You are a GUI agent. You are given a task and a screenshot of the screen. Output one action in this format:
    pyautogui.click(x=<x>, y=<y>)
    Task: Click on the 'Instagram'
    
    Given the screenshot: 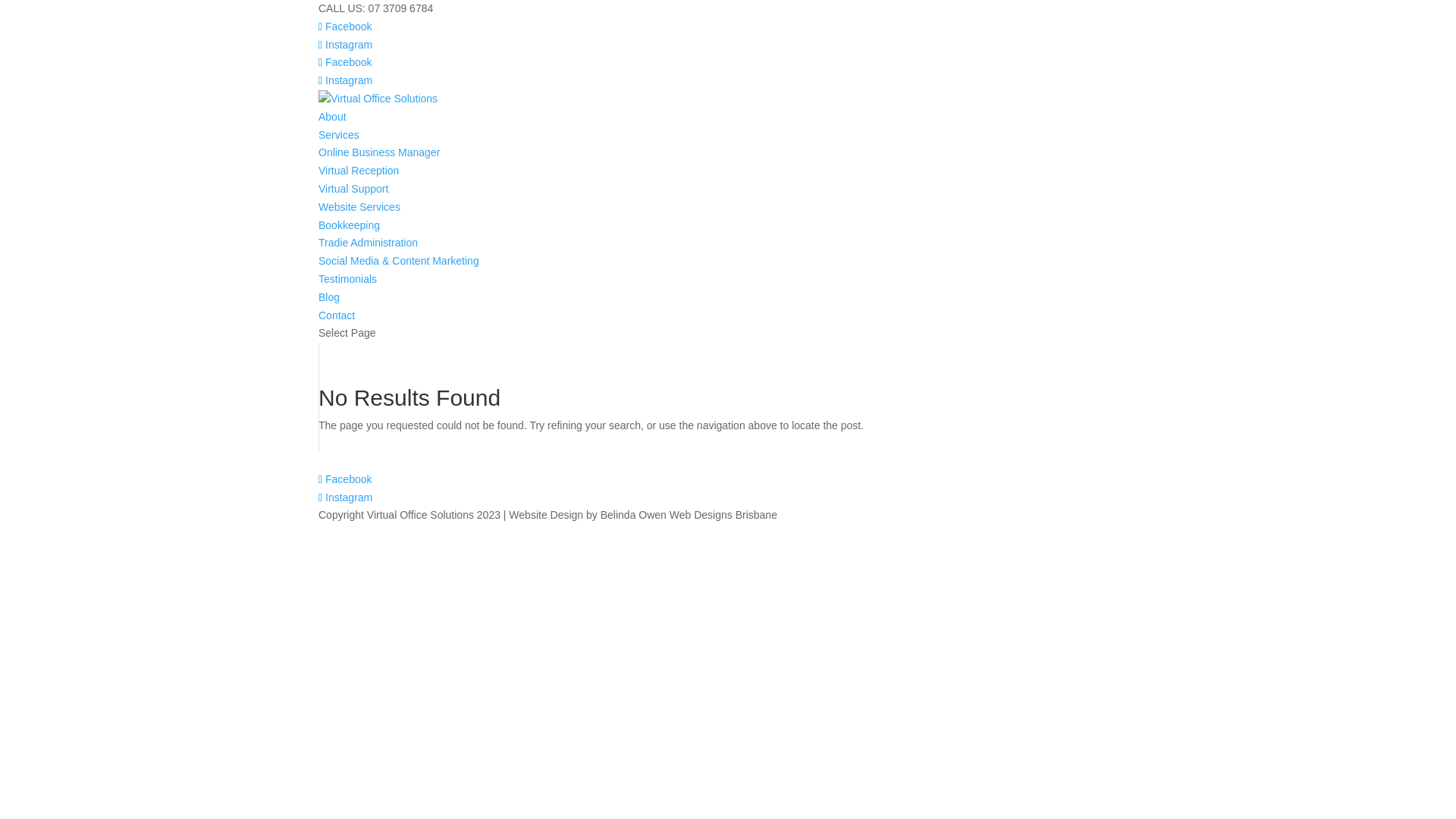 What is the action you would take?
    pyautogui.click(x=318, y=497)
    